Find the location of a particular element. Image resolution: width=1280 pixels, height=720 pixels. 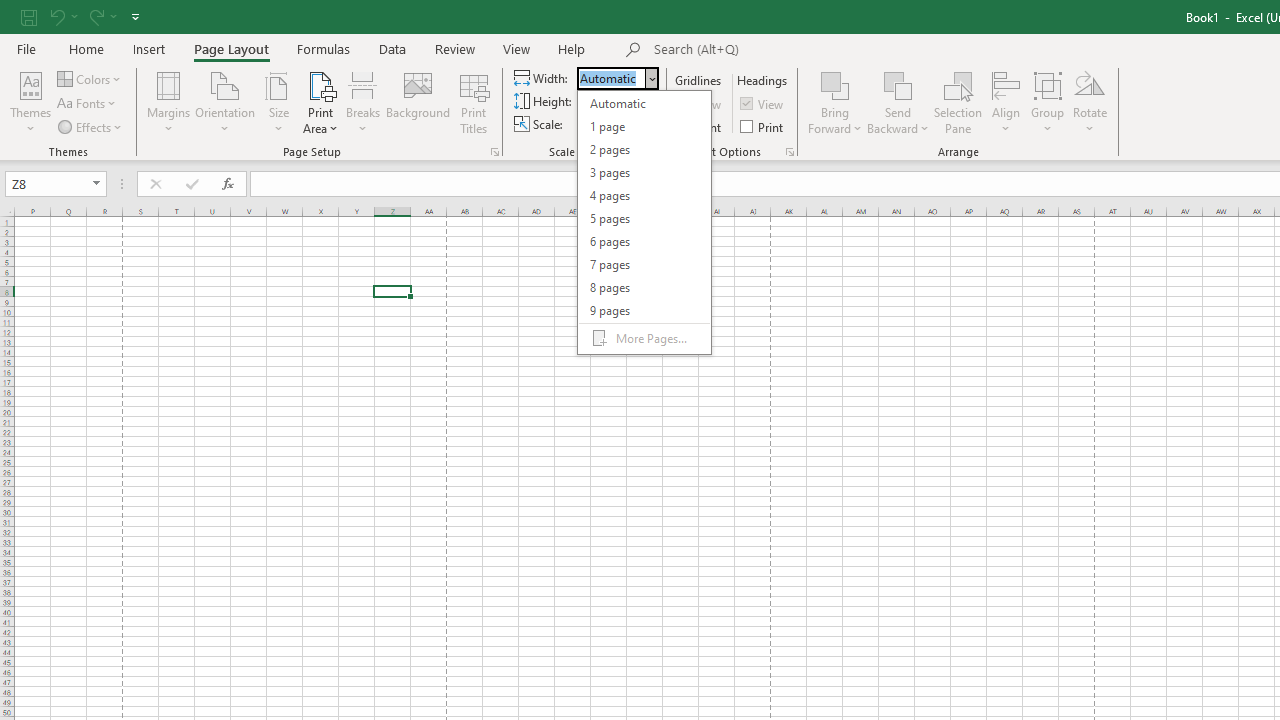

'Page Layout' is located at coordinates (231, 48).